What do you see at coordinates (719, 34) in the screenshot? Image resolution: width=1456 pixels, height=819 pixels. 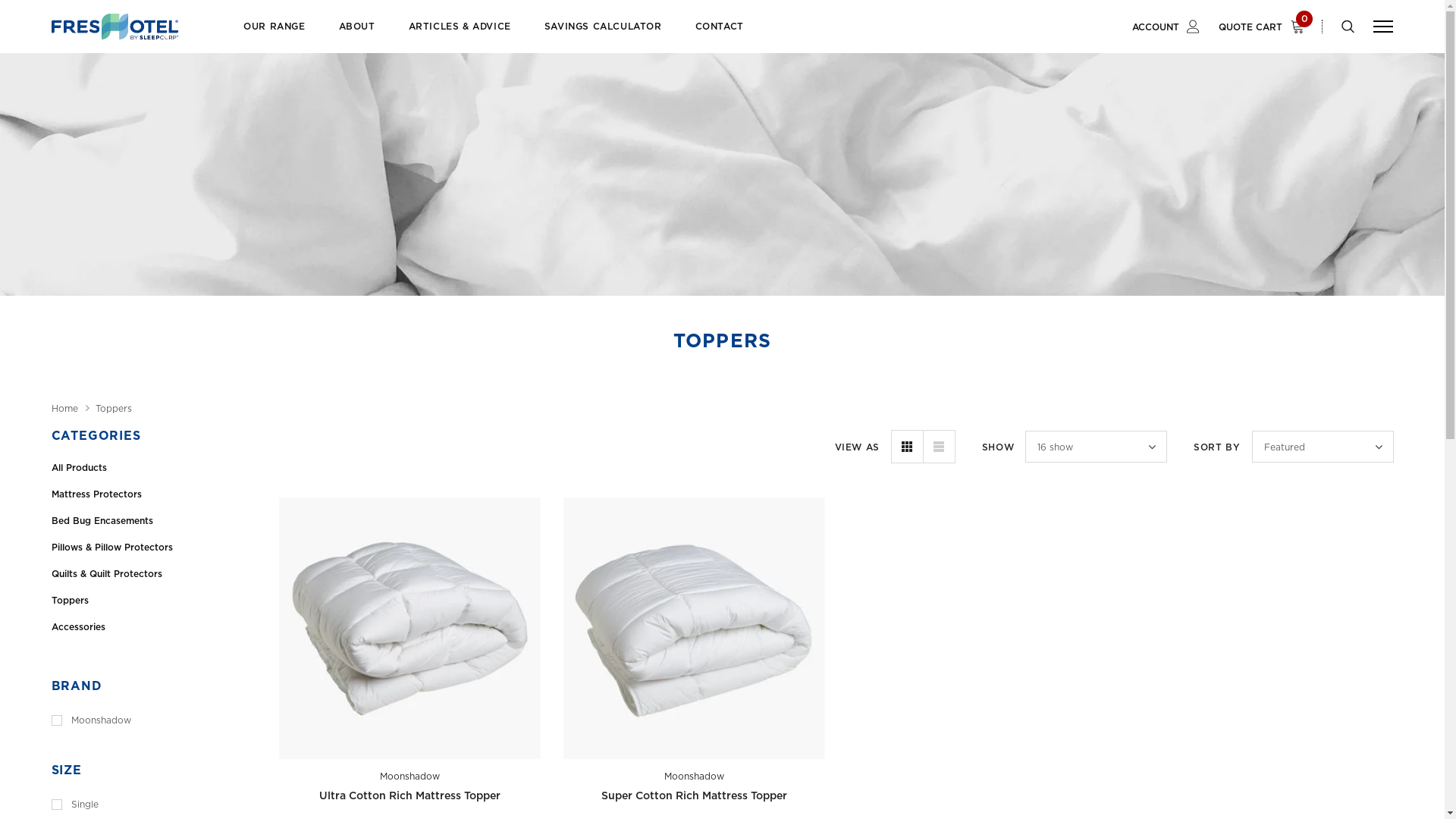 I see `'CONTACT'` at bounding box center [719, 34].